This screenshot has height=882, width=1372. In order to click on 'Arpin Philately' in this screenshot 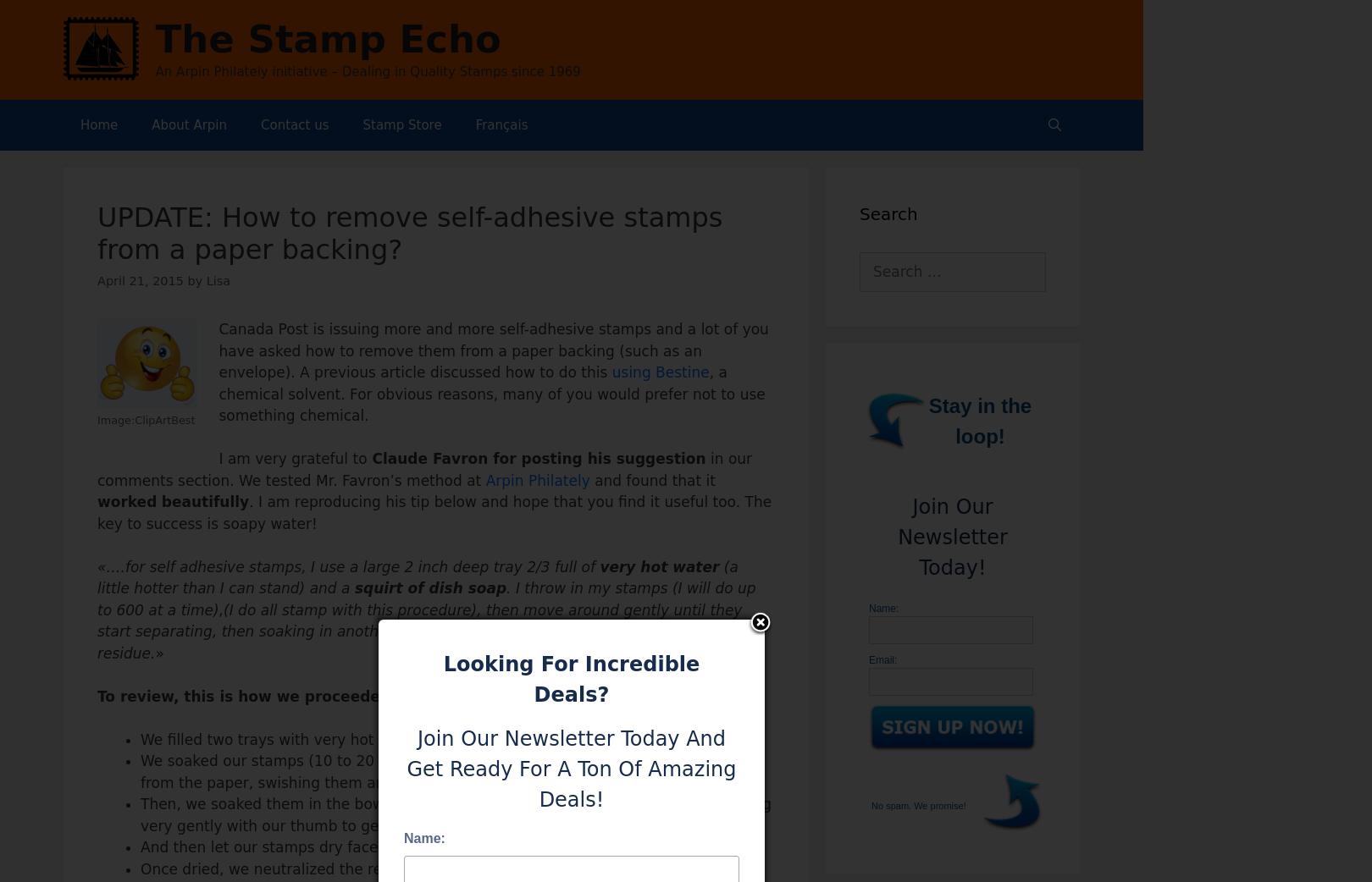, I will do `click(484, 478)`.